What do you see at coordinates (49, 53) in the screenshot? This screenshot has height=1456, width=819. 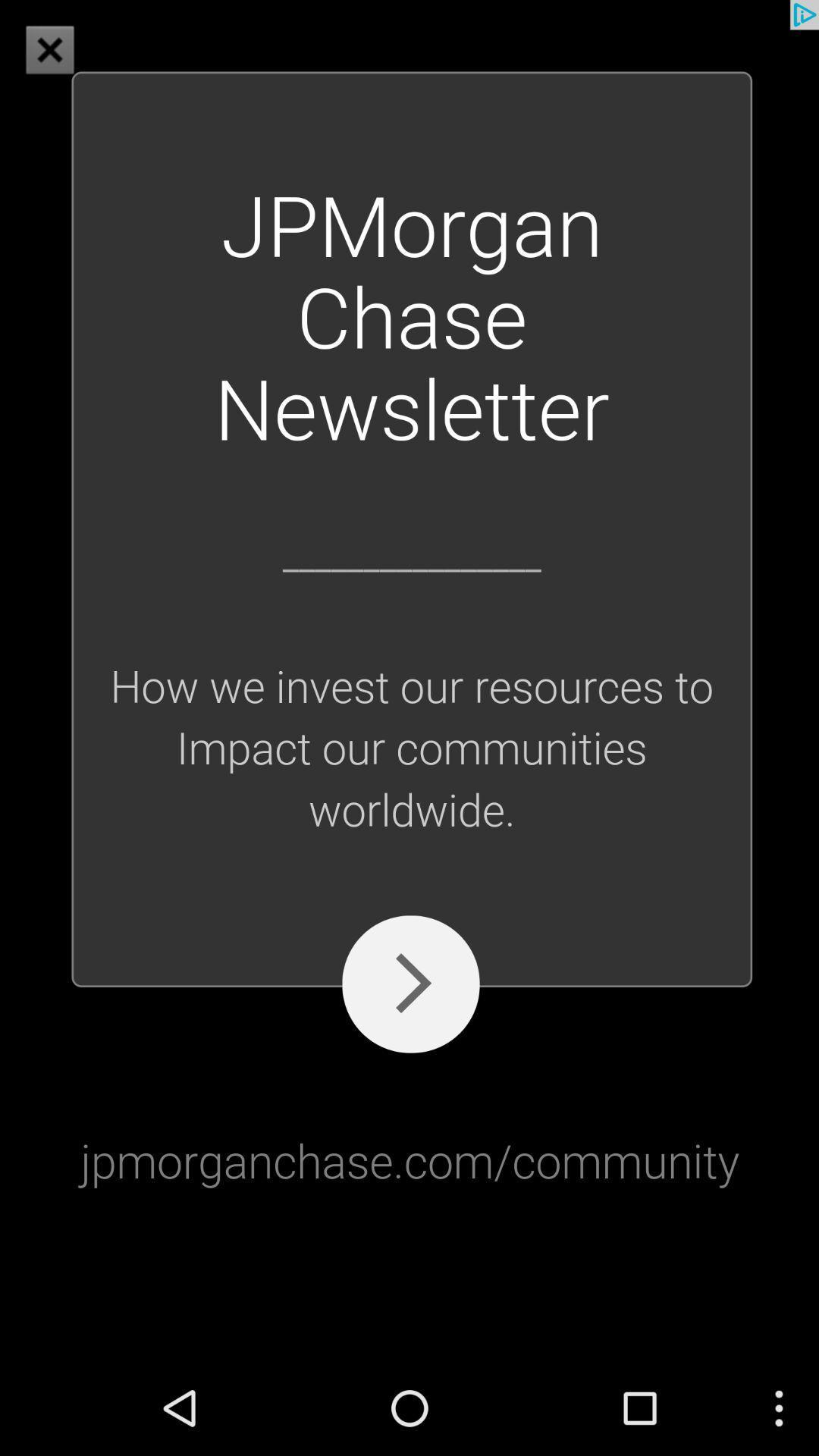 I see `the close icon` at bounding box center [49, 53].